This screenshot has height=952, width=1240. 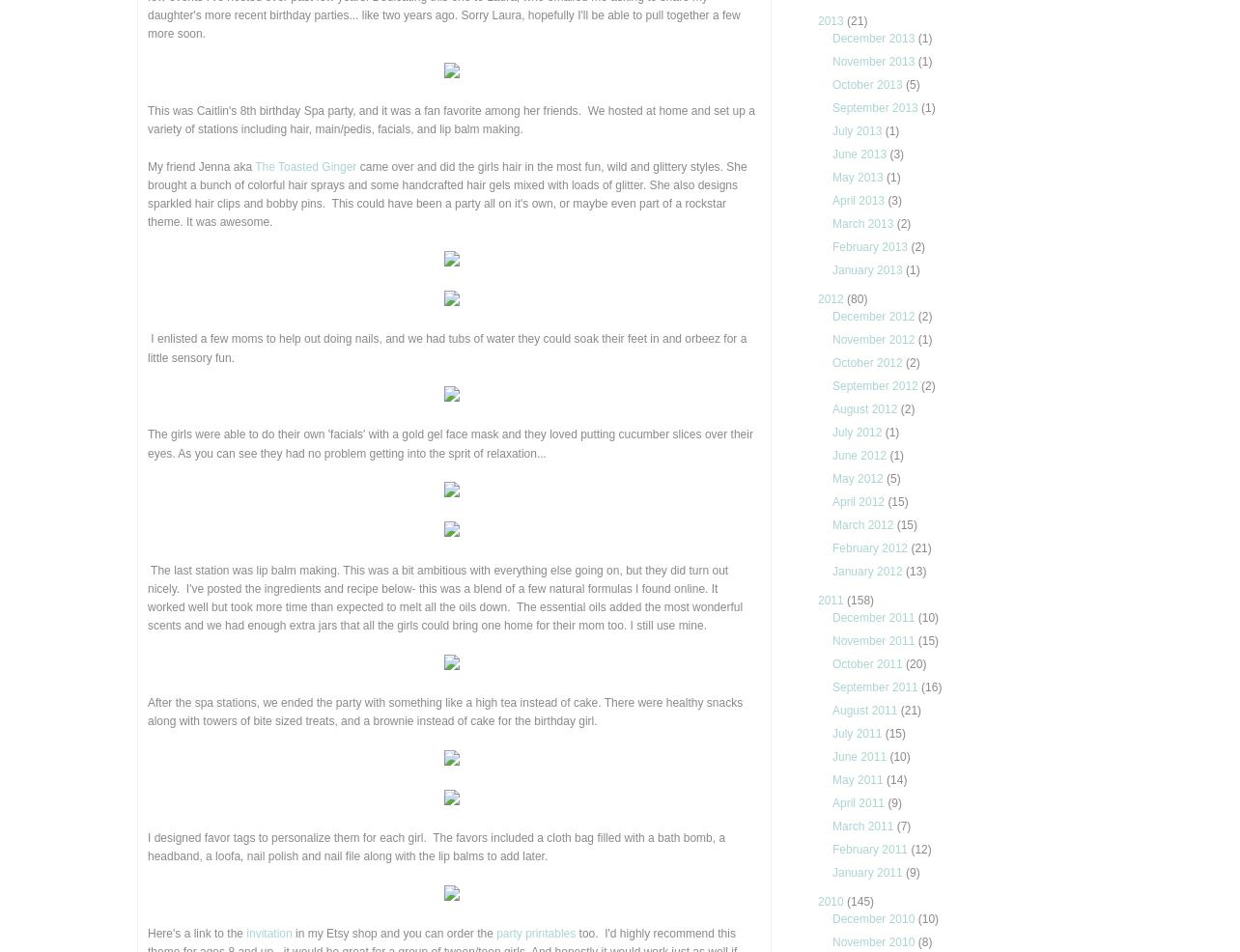 I want to click on 'July 2013', so click(x=858, y=130).